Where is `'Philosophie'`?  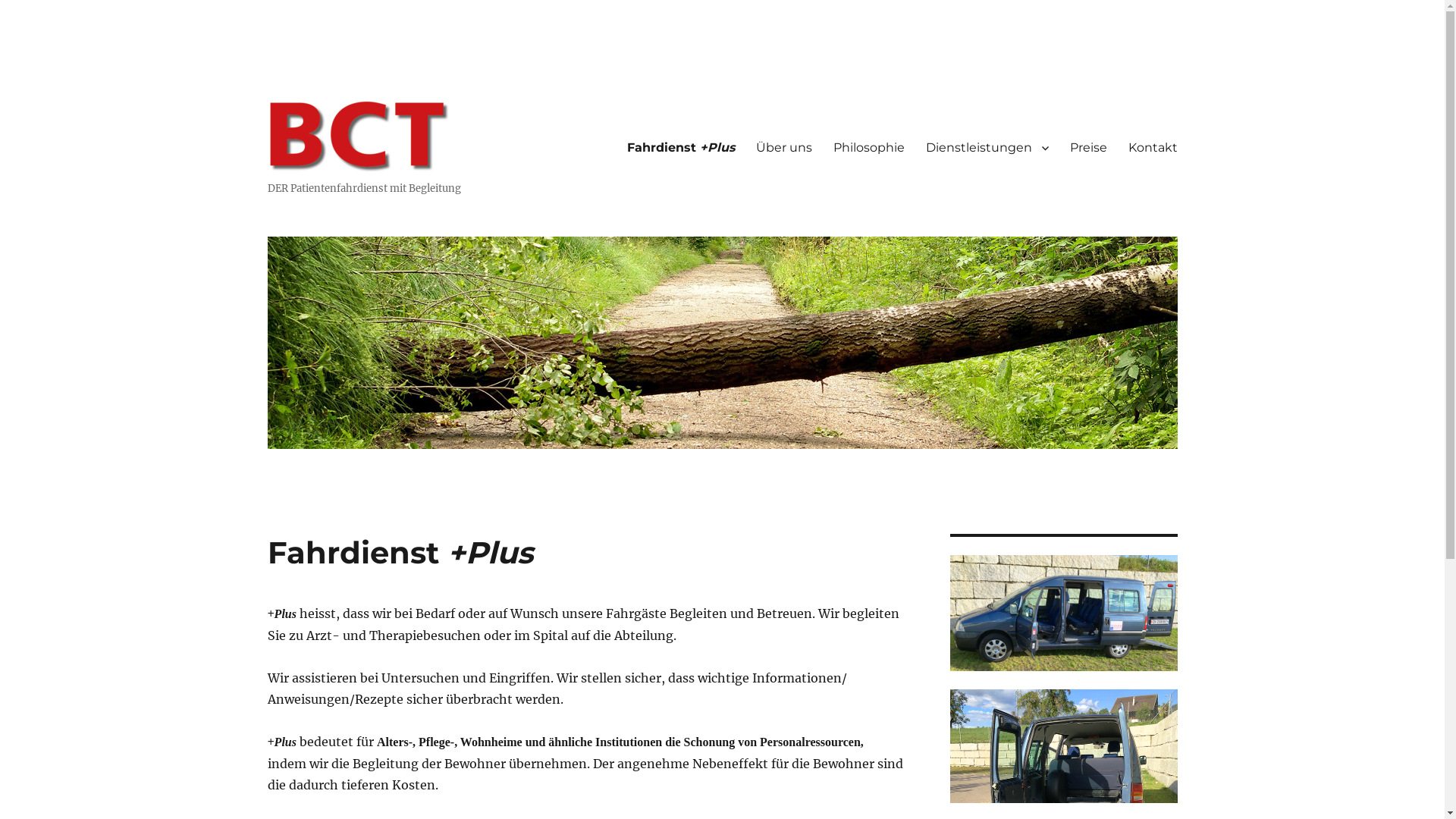
'Philosophie' is located at coordinates (868, 148).